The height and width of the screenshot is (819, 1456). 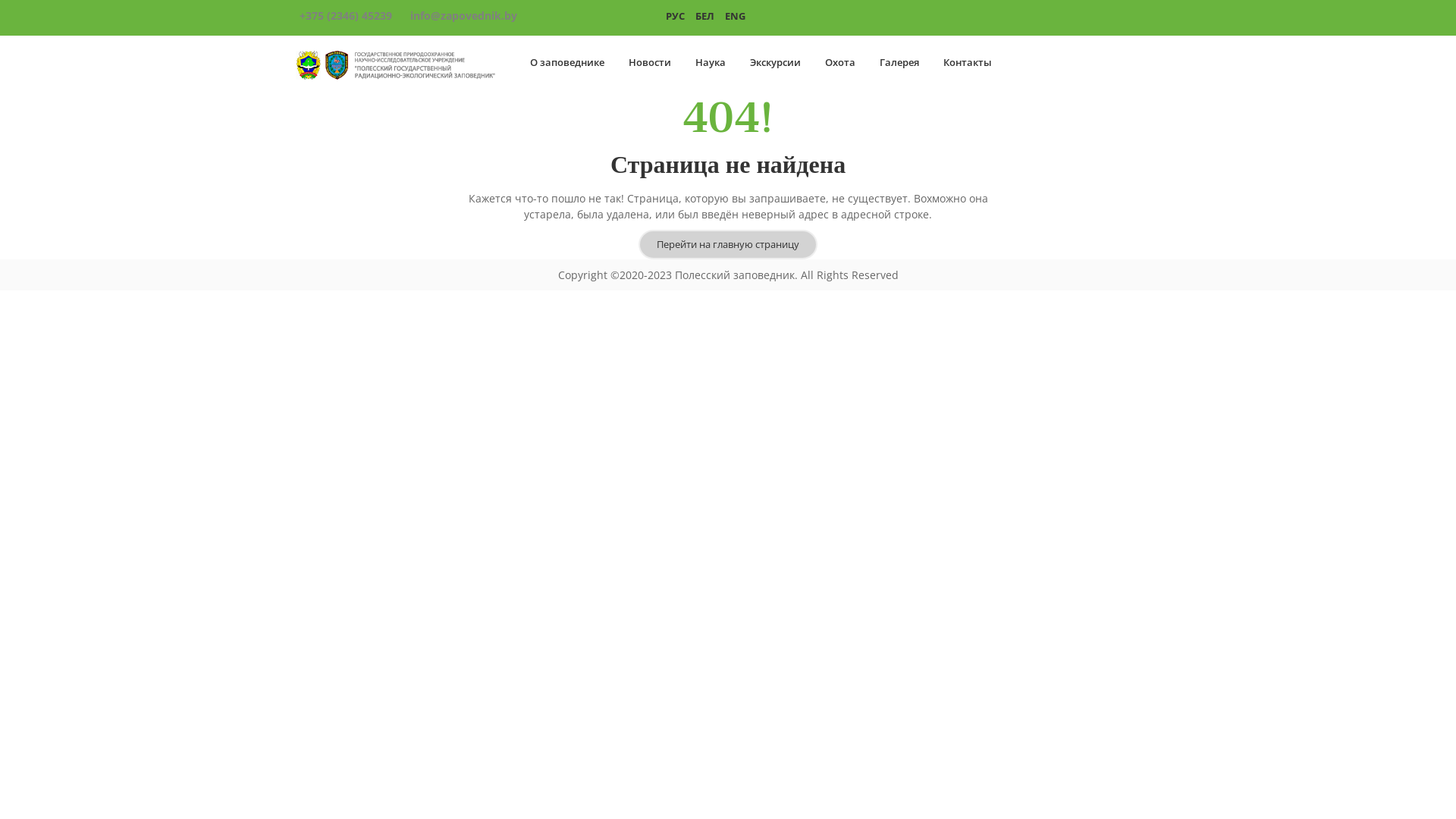 What do you see at coordinates (1050, 17) in the screenshot?
I see `'OK.RU'` at bounding box center [1050, 17].